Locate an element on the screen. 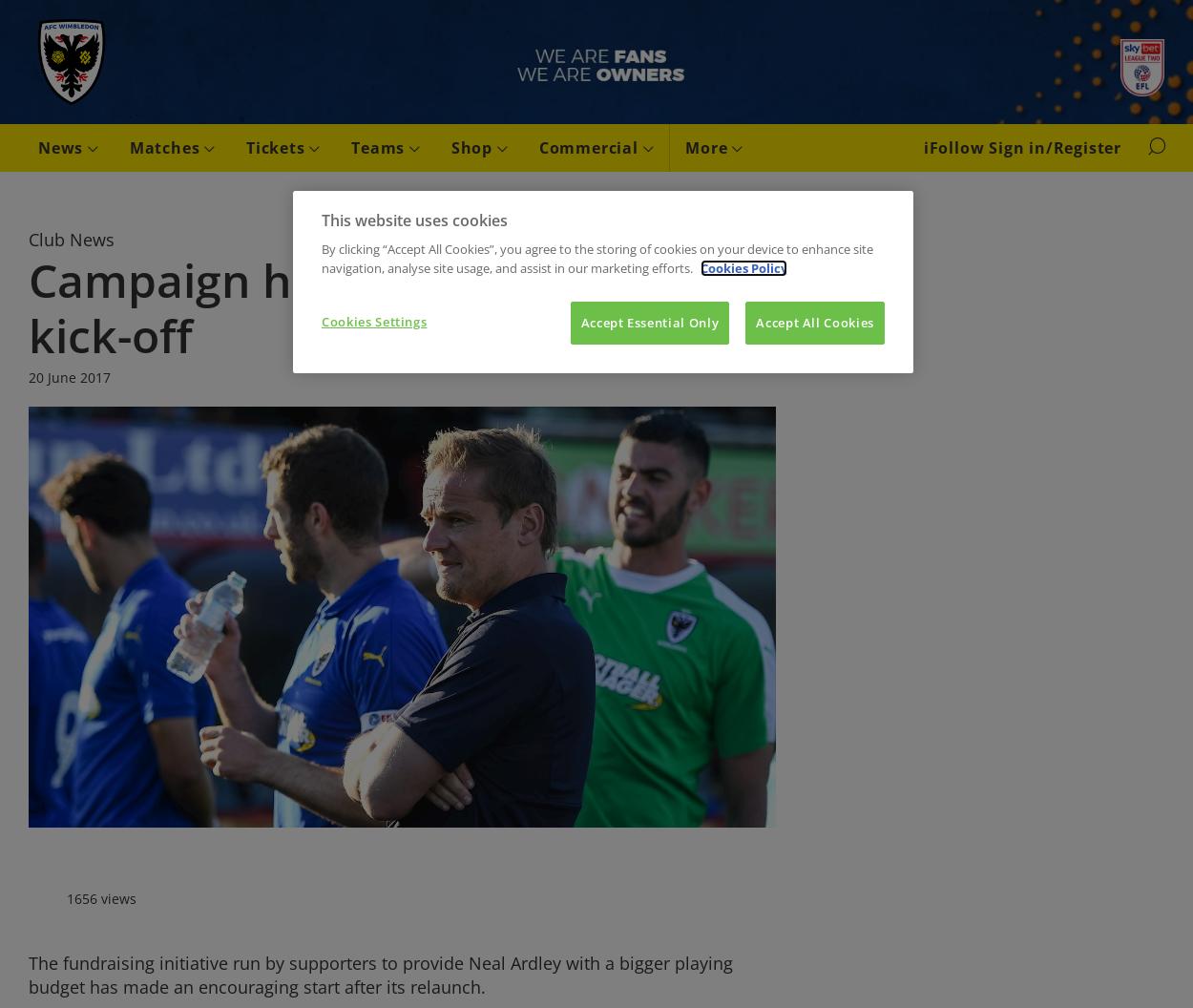  'Shop' is located at coordinates (472, 148).